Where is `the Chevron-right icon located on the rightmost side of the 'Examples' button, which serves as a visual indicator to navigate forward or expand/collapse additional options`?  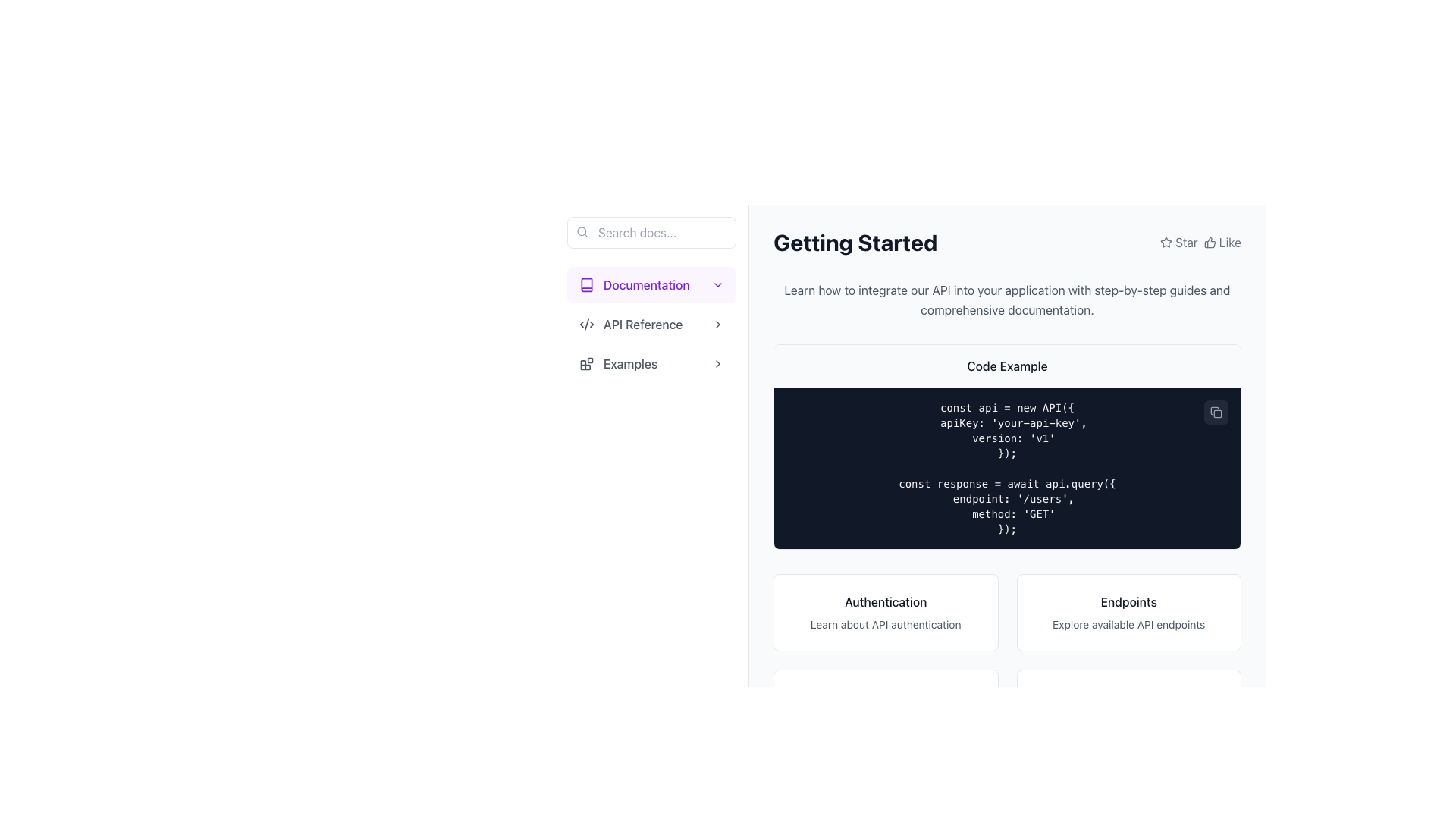 the Chevron-right icon located on the rightmost side of the 'Examples' button, which serves as a visual indicator to navigate forward or expand/collapse additional options is located at coordinates (717, 363).